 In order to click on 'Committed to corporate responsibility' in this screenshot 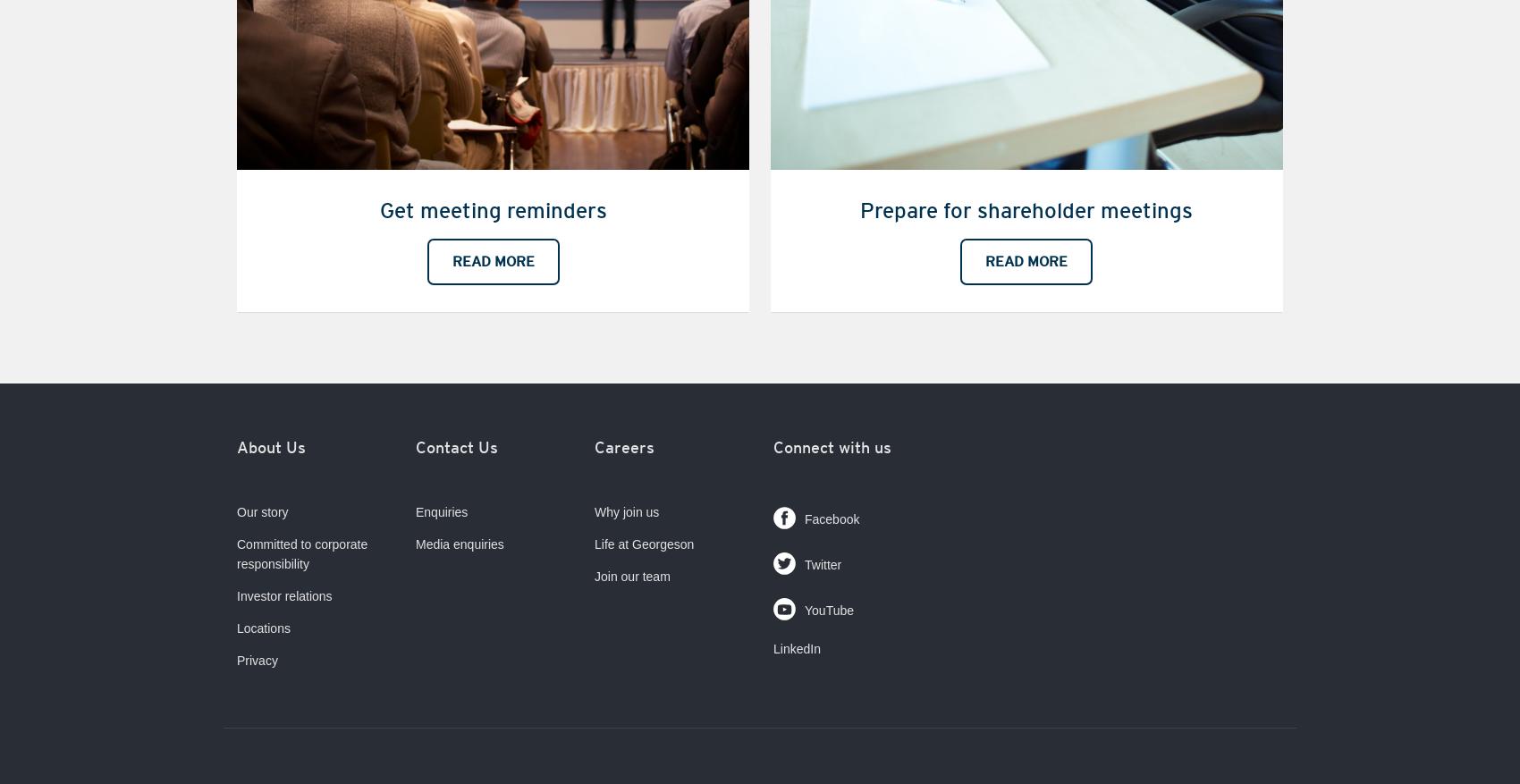, I will do `click(300, 553)`.